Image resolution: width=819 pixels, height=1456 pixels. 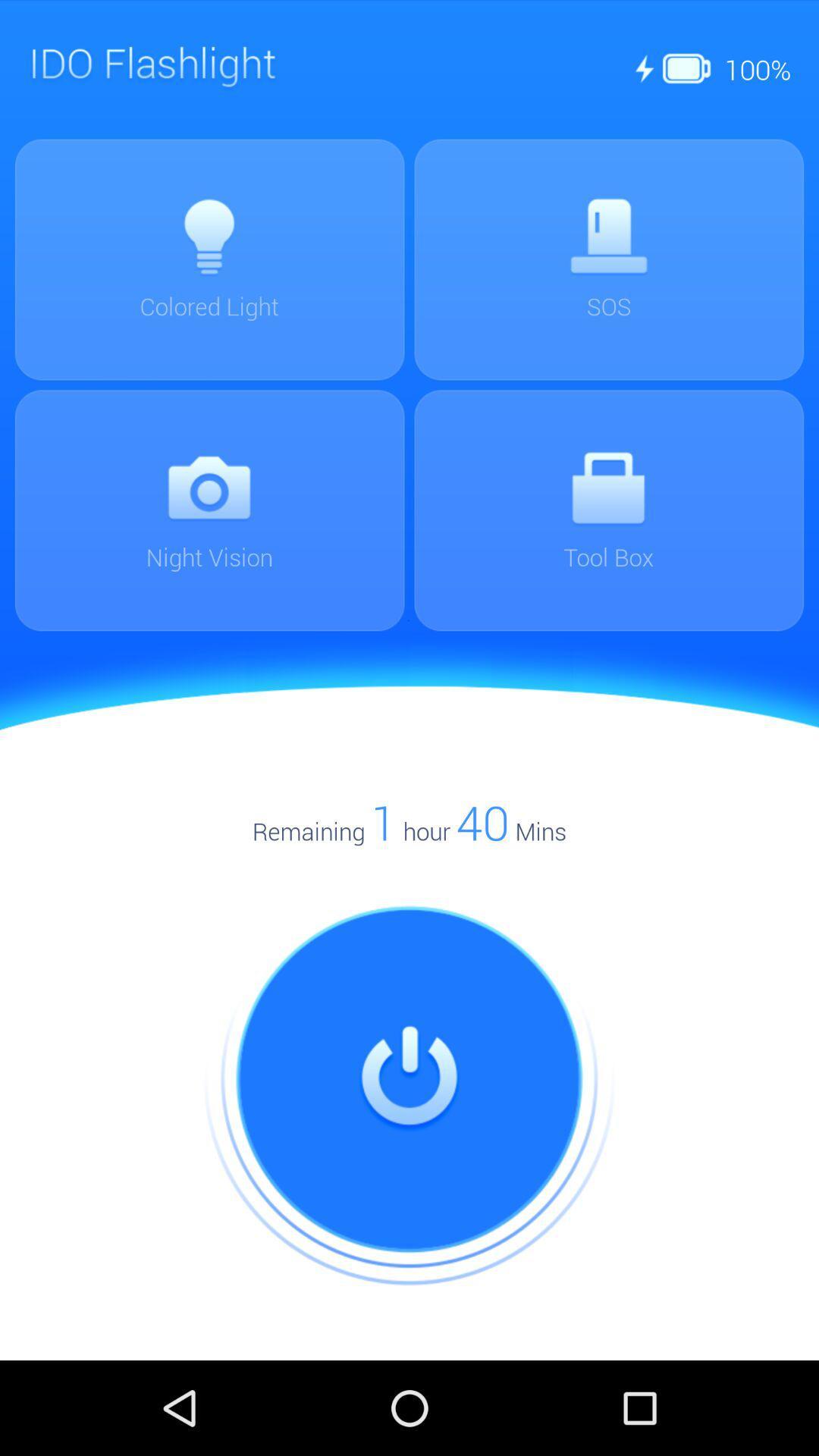 I want to click on turn off, so click(x=409, y=1079).